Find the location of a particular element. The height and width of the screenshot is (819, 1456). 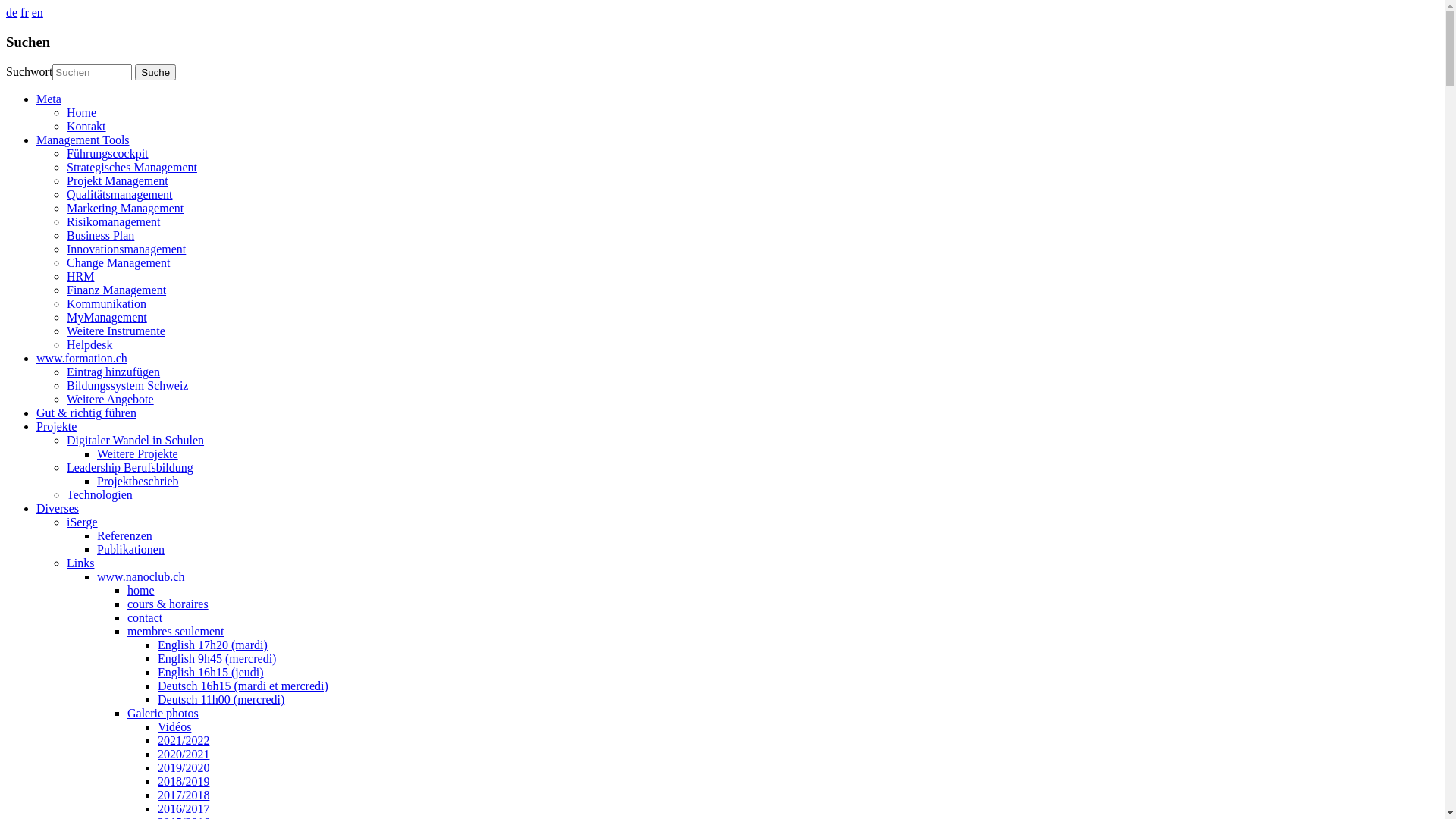

'English 9h45 (mercredi)' is located at coordinates (216, 657).